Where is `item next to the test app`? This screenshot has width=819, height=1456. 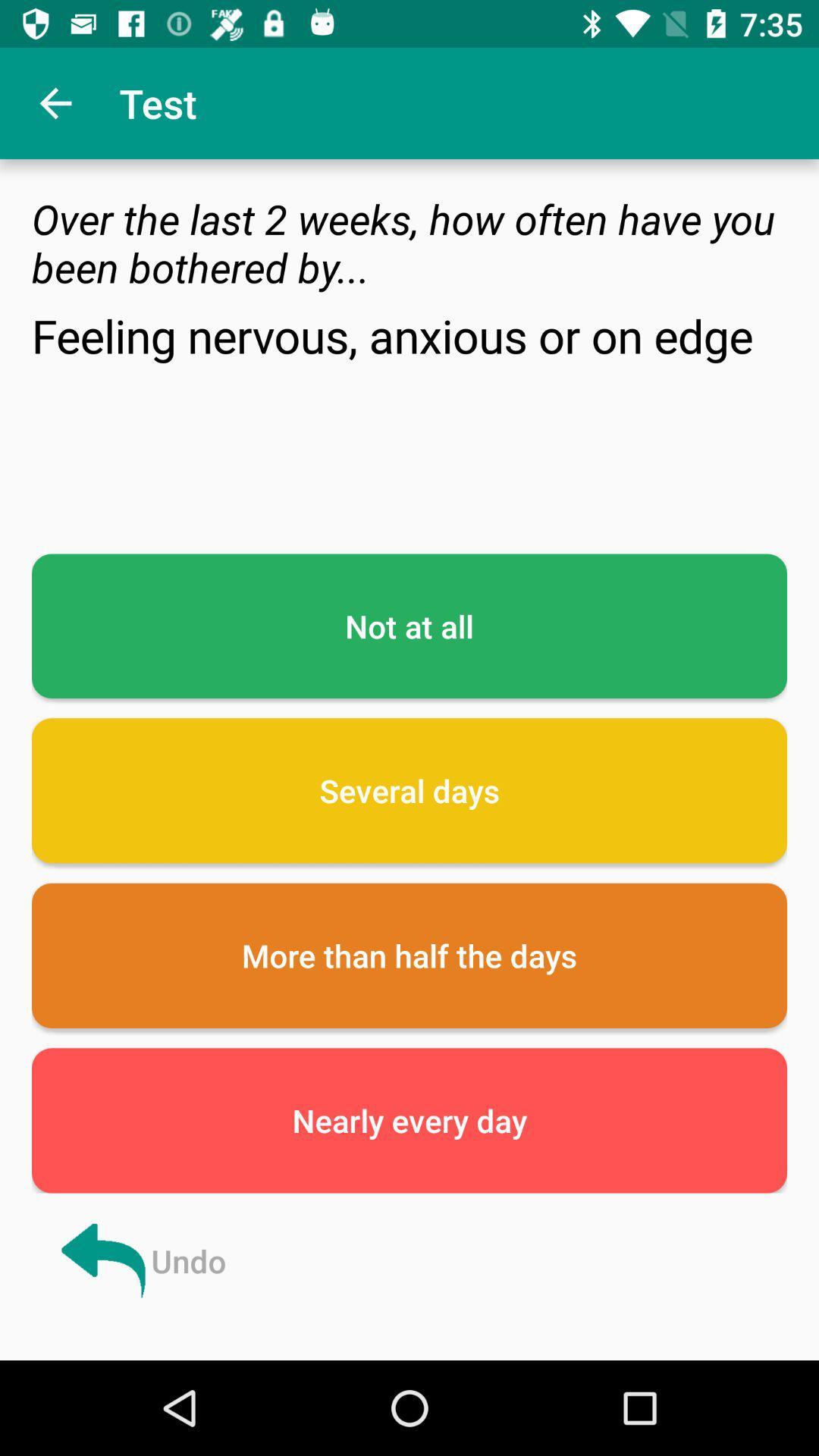
item next to the test app is located at coordinates (55, 102).